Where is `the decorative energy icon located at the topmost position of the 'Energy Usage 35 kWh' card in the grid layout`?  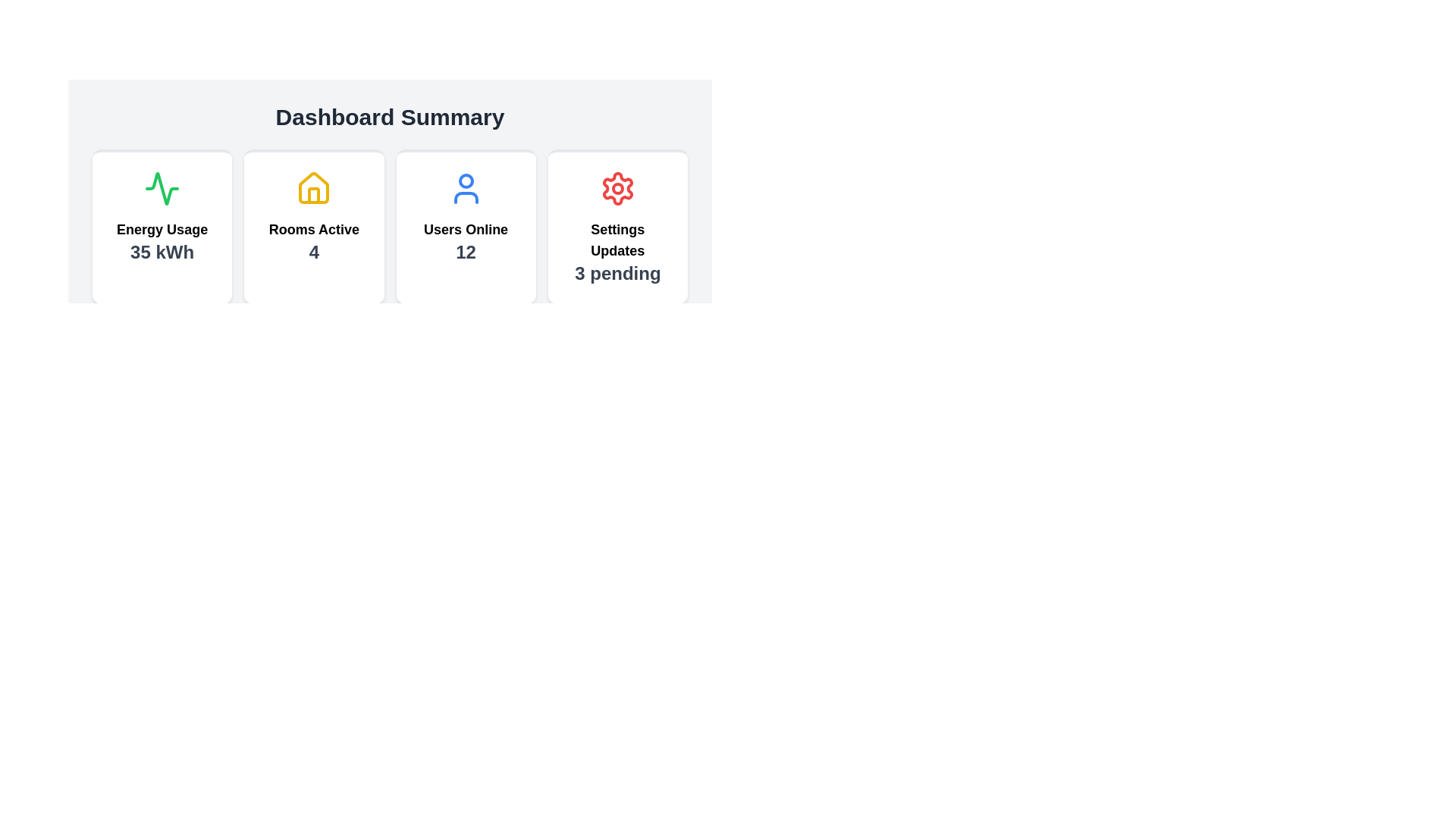 the decorative energy icon located at the topmost position of the 'Energy Usage 35 kWh' card in the grid layout is located at coordinates (162, 188).